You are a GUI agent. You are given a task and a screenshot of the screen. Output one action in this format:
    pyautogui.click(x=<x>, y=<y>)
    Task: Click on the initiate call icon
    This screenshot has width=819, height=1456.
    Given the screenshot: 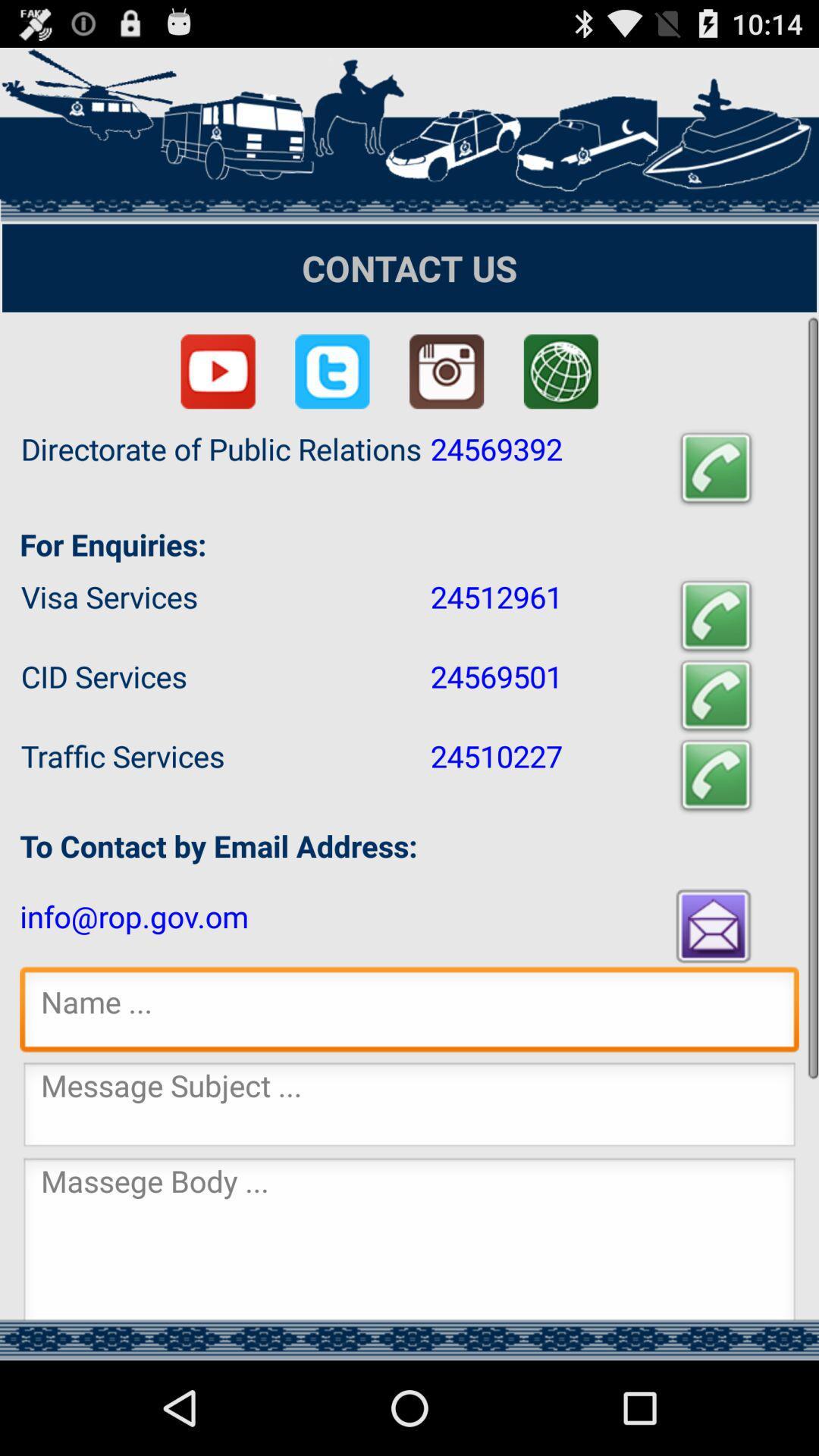 What is the action you would take?
    pyautogui.click(x=716, y=616)
    